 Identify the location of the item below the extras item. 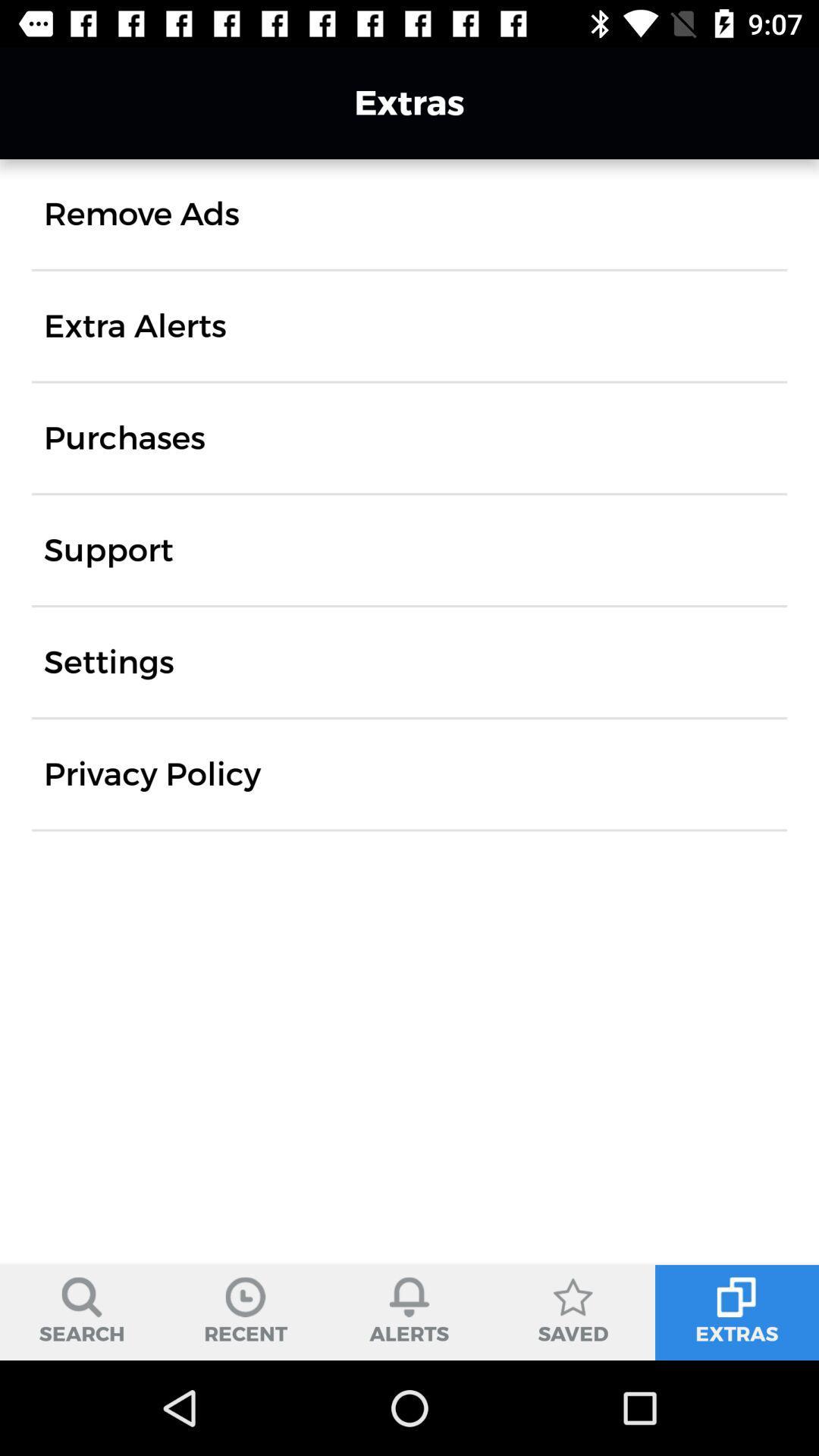
(141, 213).